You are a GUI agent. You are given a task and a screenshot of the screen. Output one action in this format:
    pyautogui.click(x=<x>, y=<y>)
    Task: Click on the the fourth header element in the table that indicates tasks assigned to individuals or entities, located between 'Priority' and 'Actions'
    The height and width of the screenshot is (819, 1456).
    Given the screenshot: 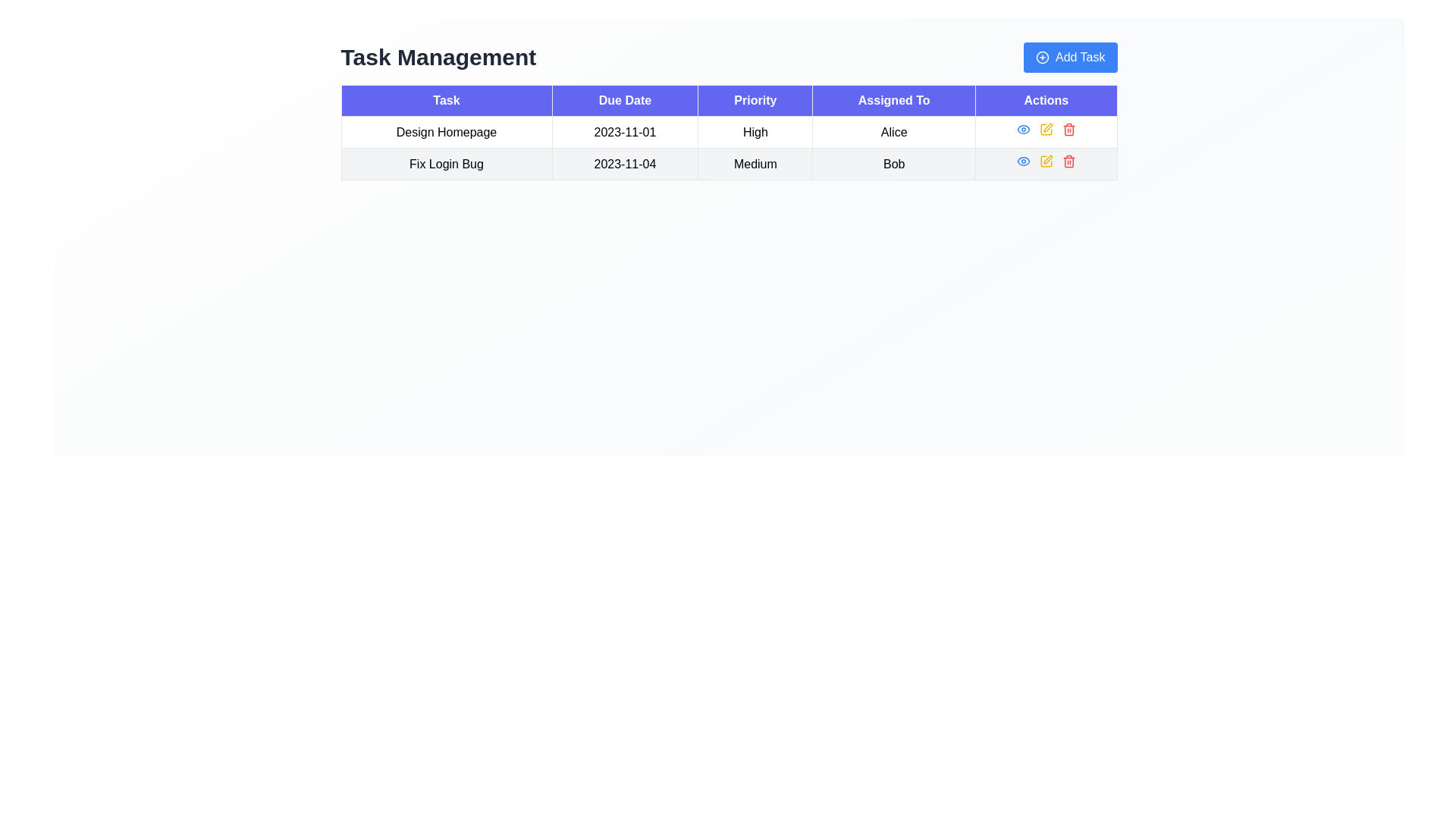 What is the action you would take?
    pyautogui.click(x=894, y=100)
    